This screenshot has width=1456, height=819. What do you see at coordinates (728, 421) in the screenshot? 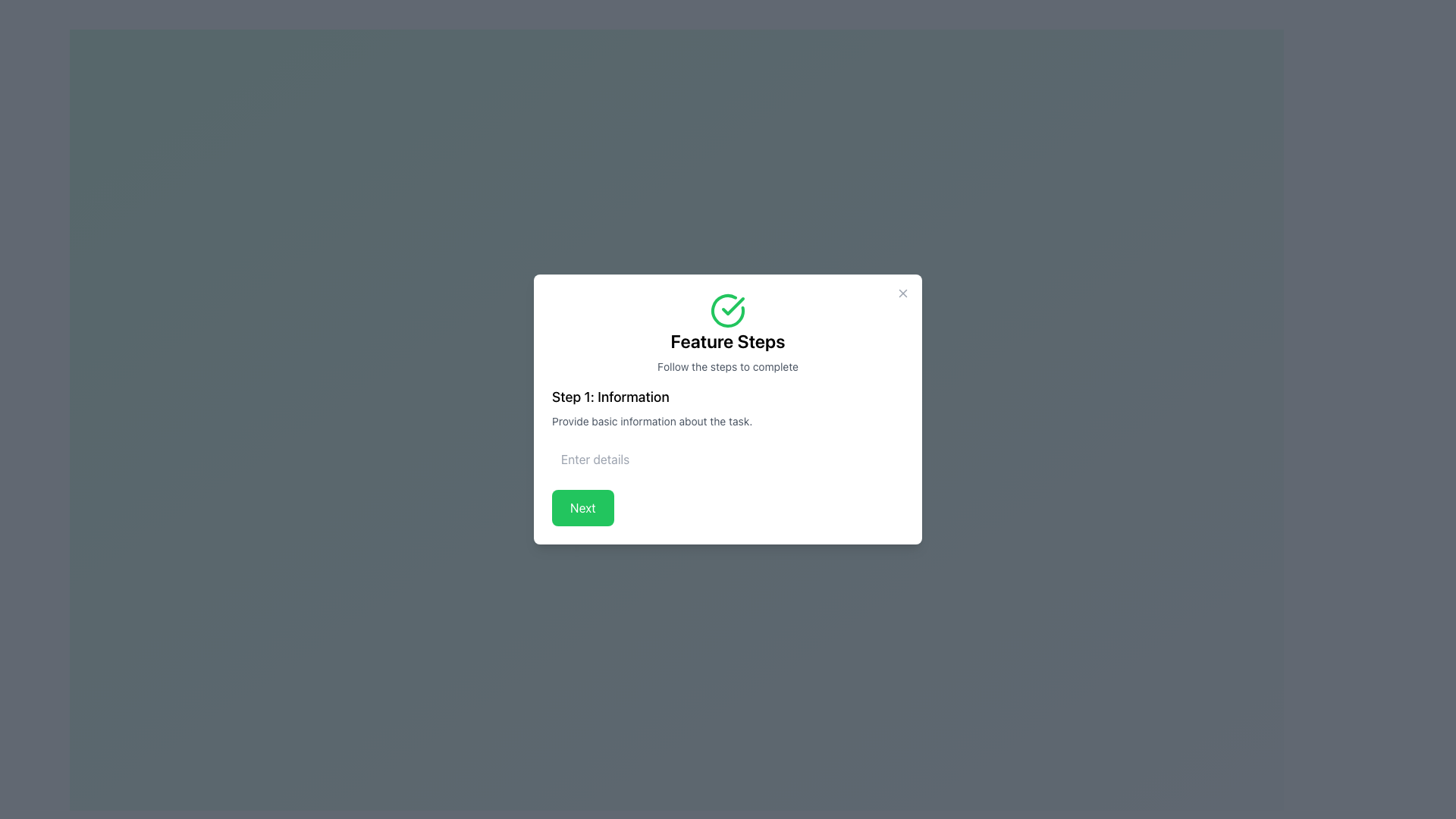
I see `the text label that says 'Provide basic information about the task.' which is located directly beneath the heading 'Step 1: Information'` at bounding box center [728, 421].